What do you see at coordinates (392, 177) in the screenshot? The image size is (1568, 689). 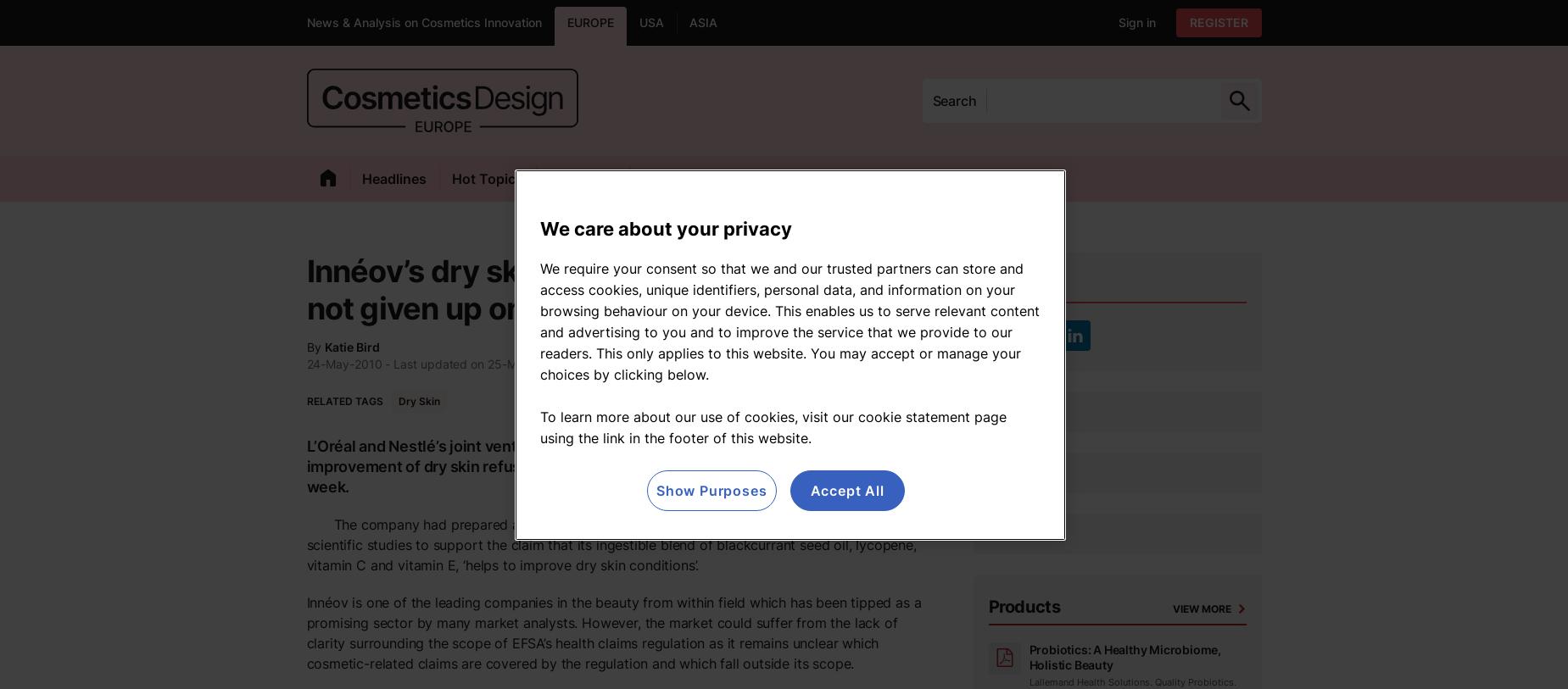 I see `'Headlines'` at bounding box center [392, 177].